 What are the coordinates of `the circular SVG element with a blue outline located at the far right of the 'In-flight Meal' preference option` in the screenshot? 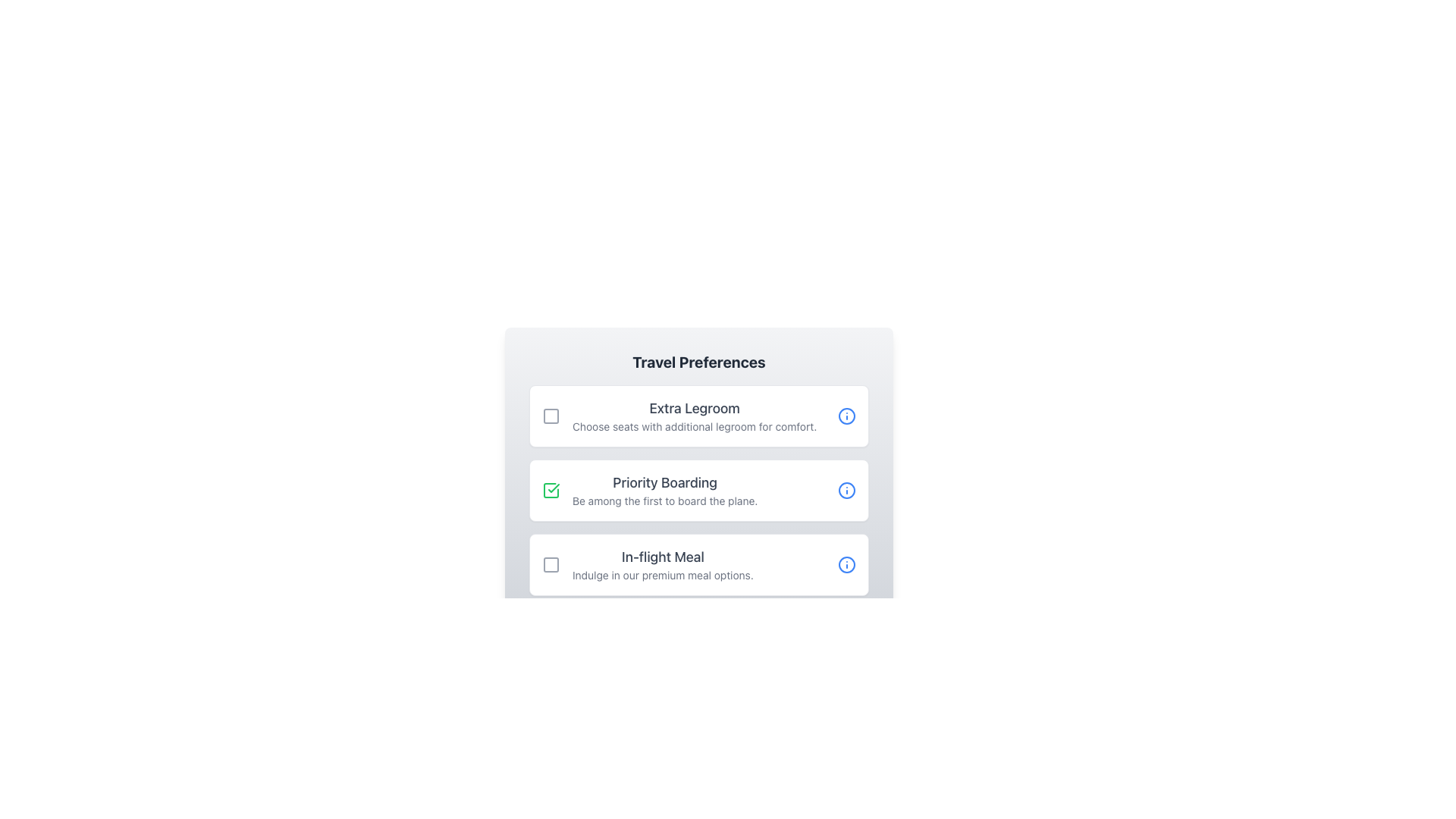 It's located at (846, 564).